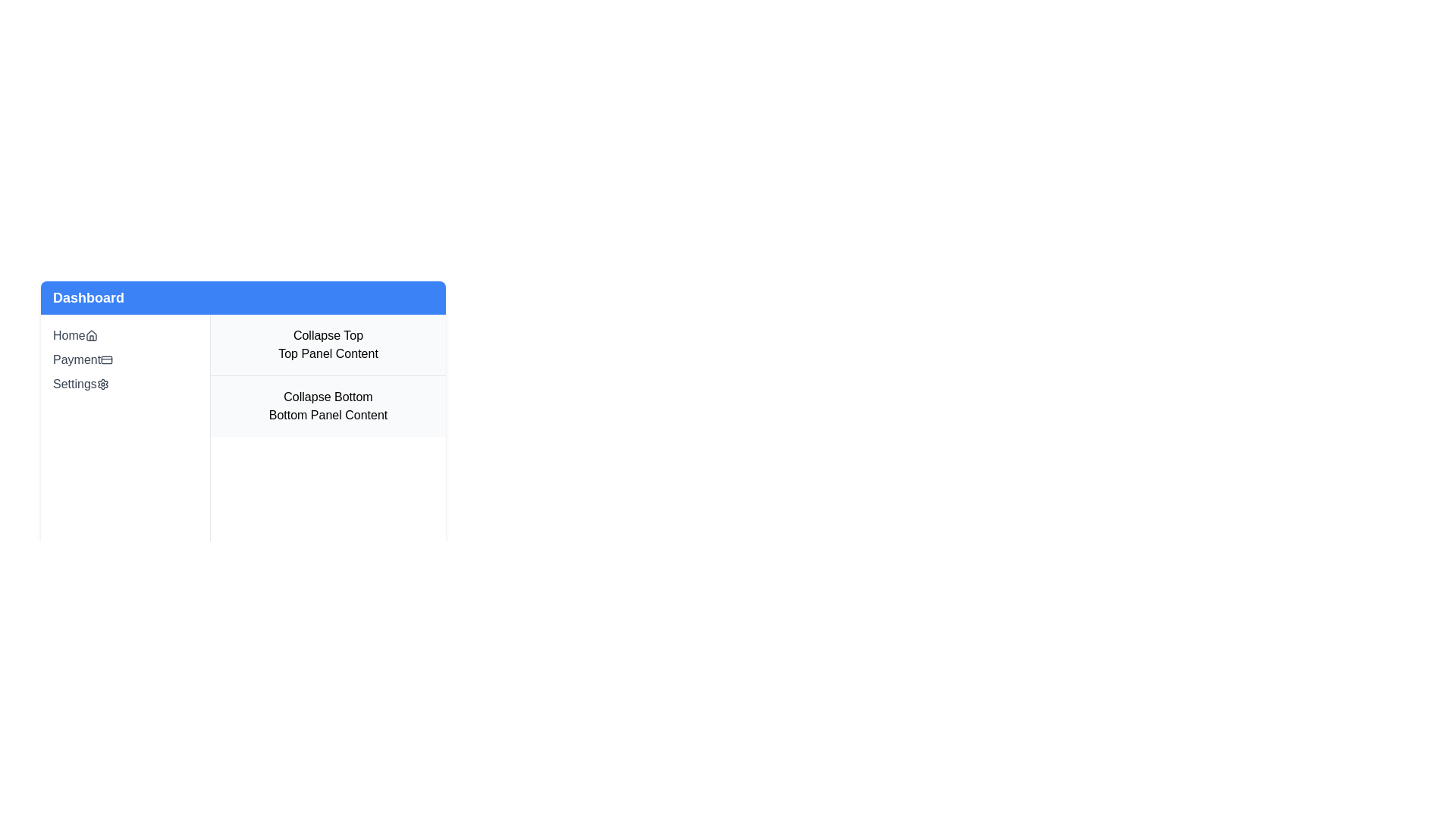  I want to click on the static text label displaying 'Bottom Panel Content', which is located beneath the 'Collapse Bottom' label and is horizontally centered in the lower middle section of the interface, so click(327, 415).